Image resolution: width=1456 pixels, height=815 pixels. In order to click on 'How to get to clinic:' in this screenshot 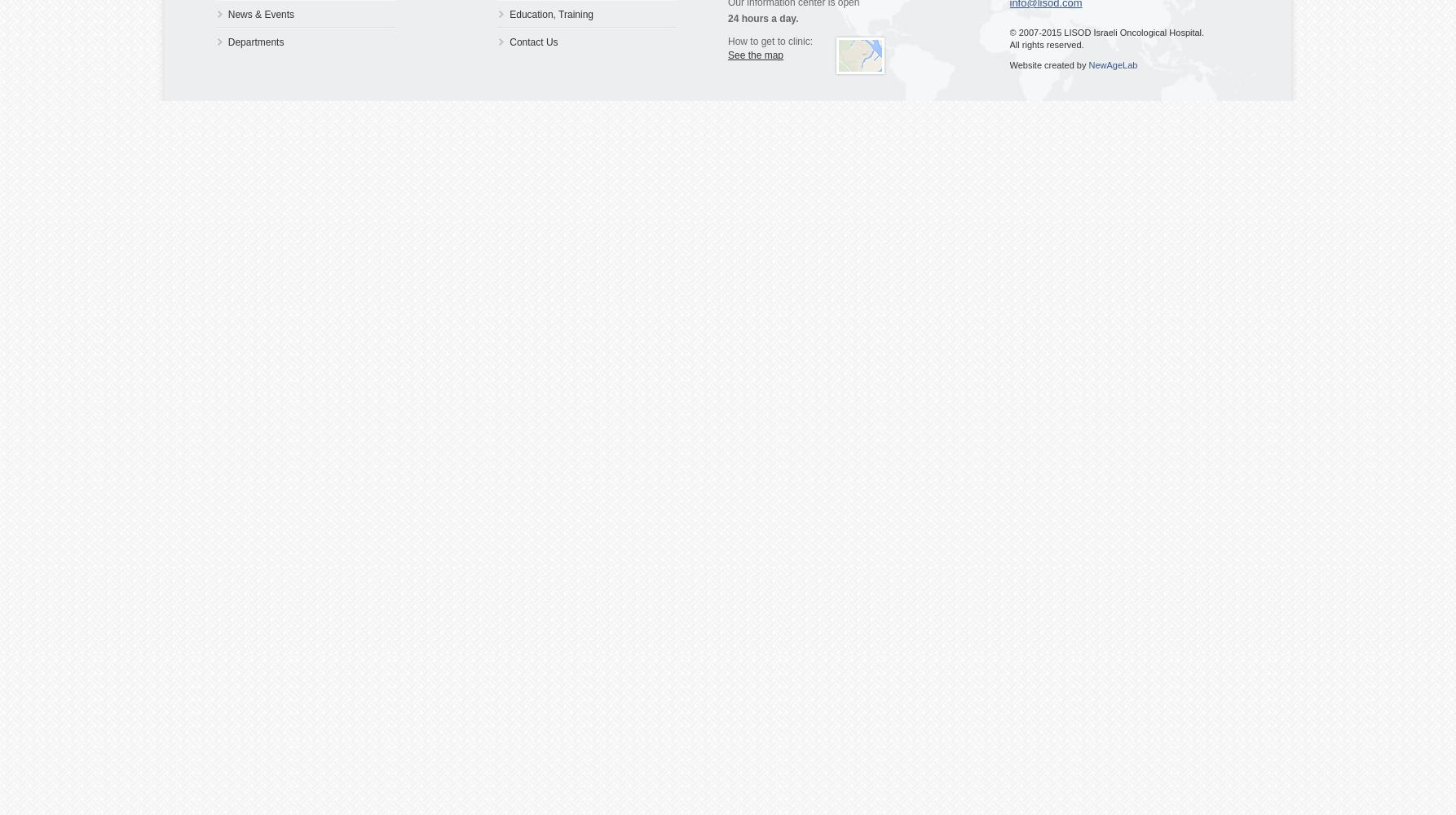, I will do `click(770, 42)`.